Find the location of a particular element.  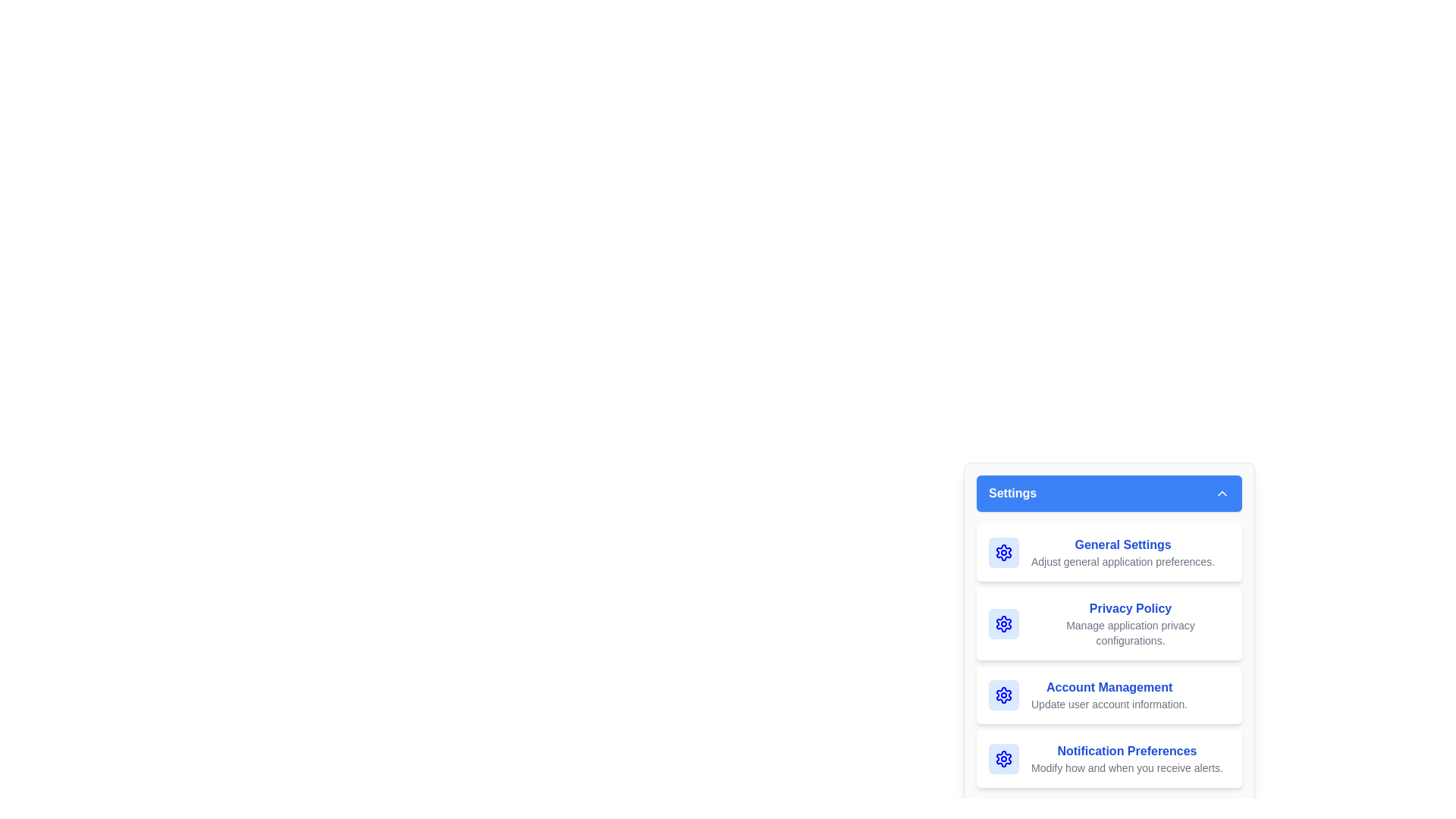

the menu item labeled Privacy Policy is located at coordinates (1109, 623).